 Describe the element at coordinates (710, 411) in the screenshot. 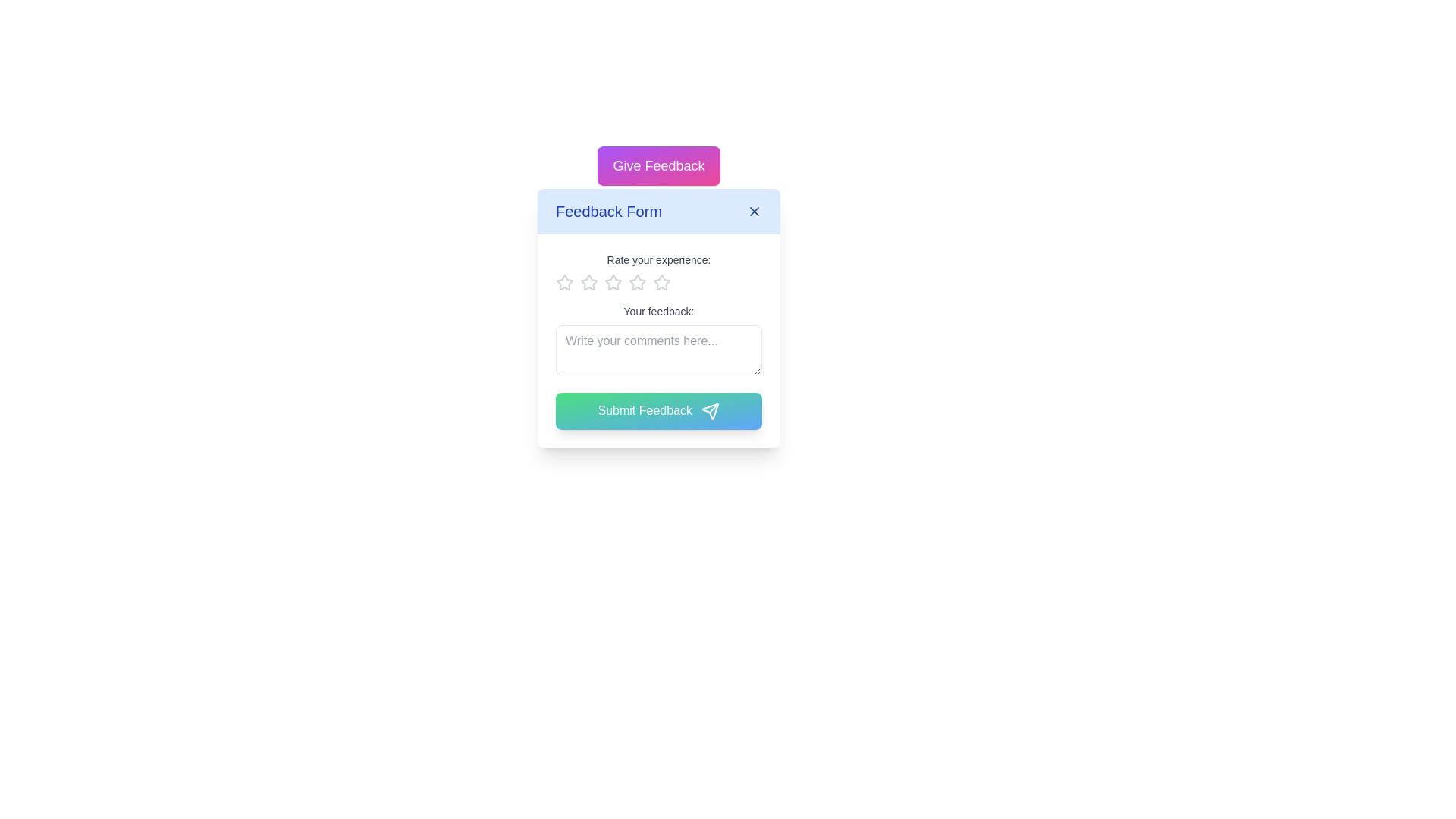

I see `the triangular 'send' icon located at the bottom-right corner of the 'Submit Feedback' button to send feedback` at that location.